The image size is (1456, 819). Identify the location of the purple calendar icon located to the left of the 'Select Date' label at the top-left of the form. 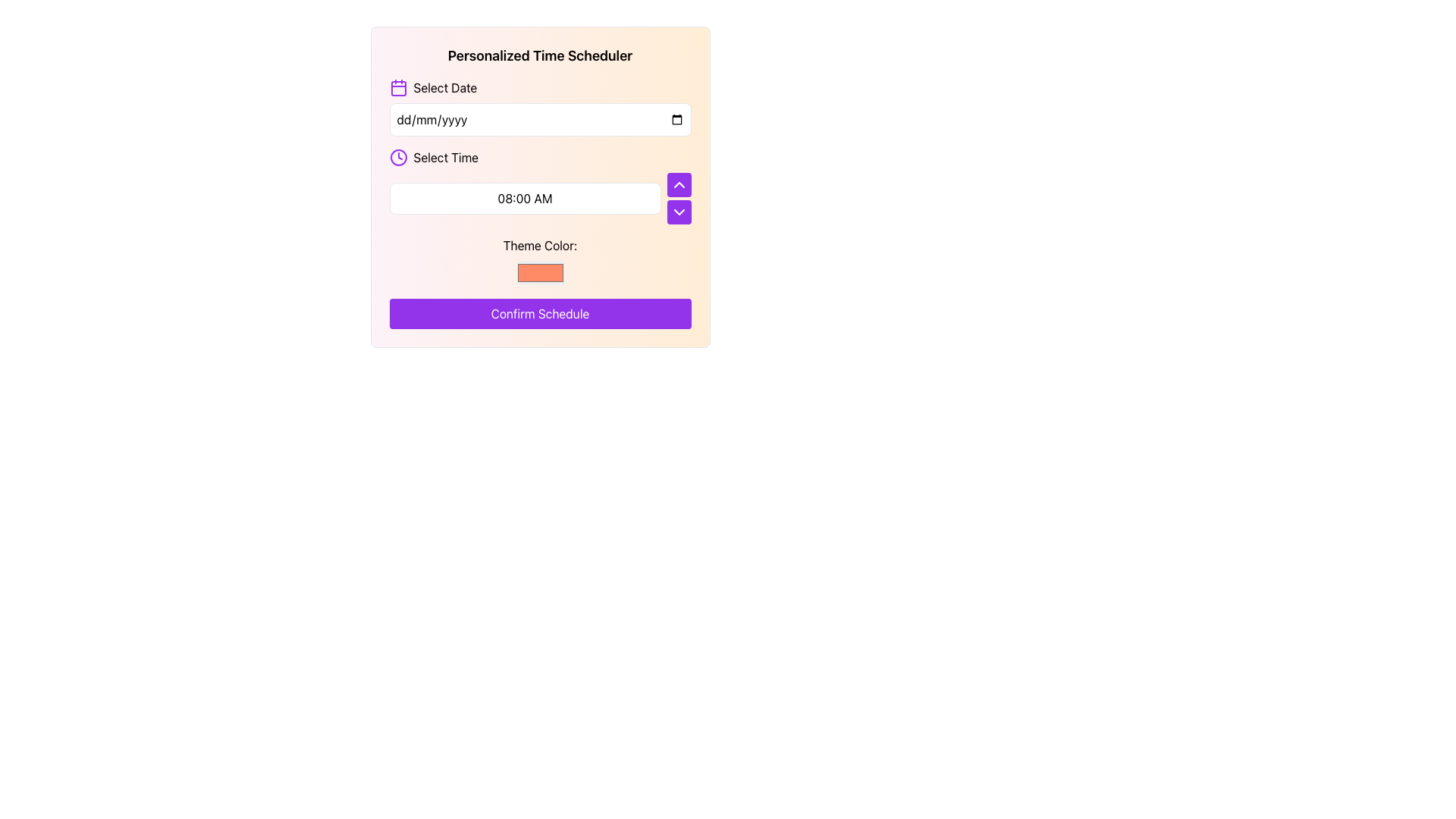
(398, 87).